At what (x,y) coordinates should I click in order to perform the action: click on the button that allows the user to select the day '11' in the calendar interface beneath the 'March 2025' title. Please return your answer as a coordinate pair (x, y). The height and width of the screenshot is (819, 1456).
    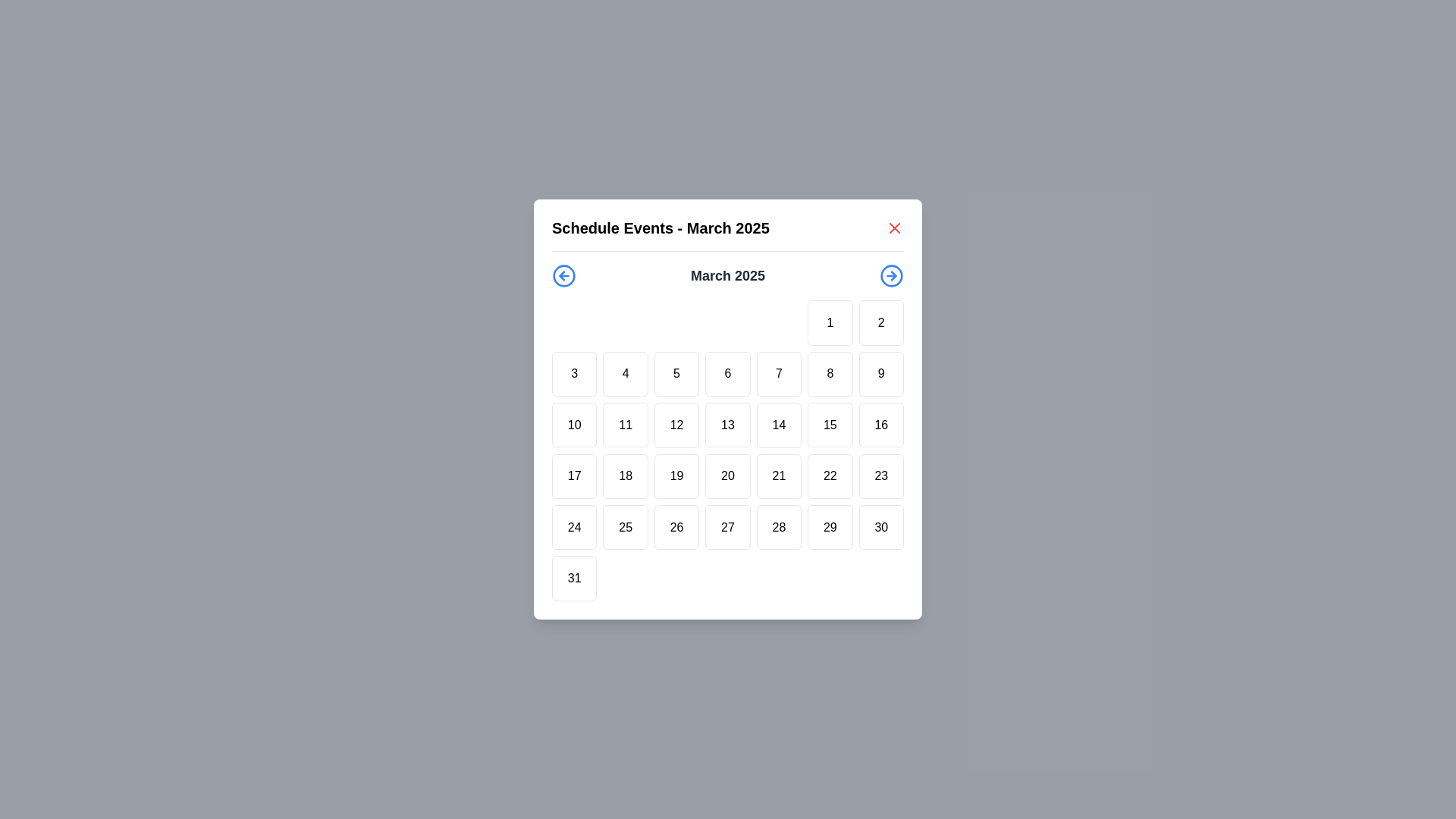
    Looking at the image, I should click on (626, 425).